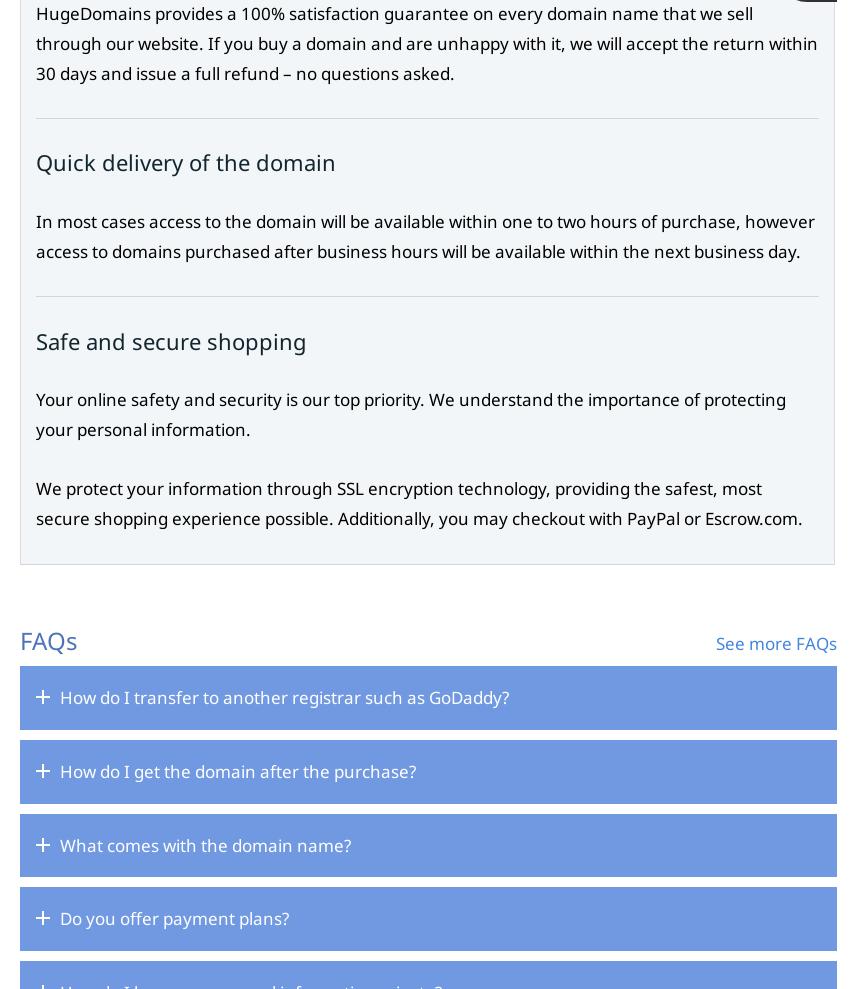 The image size is (857, 989). What do you see at coordinates (204, 844) in the screenshot?
I see `'What comes with the domain name?'` at bounding box center [204, 844].